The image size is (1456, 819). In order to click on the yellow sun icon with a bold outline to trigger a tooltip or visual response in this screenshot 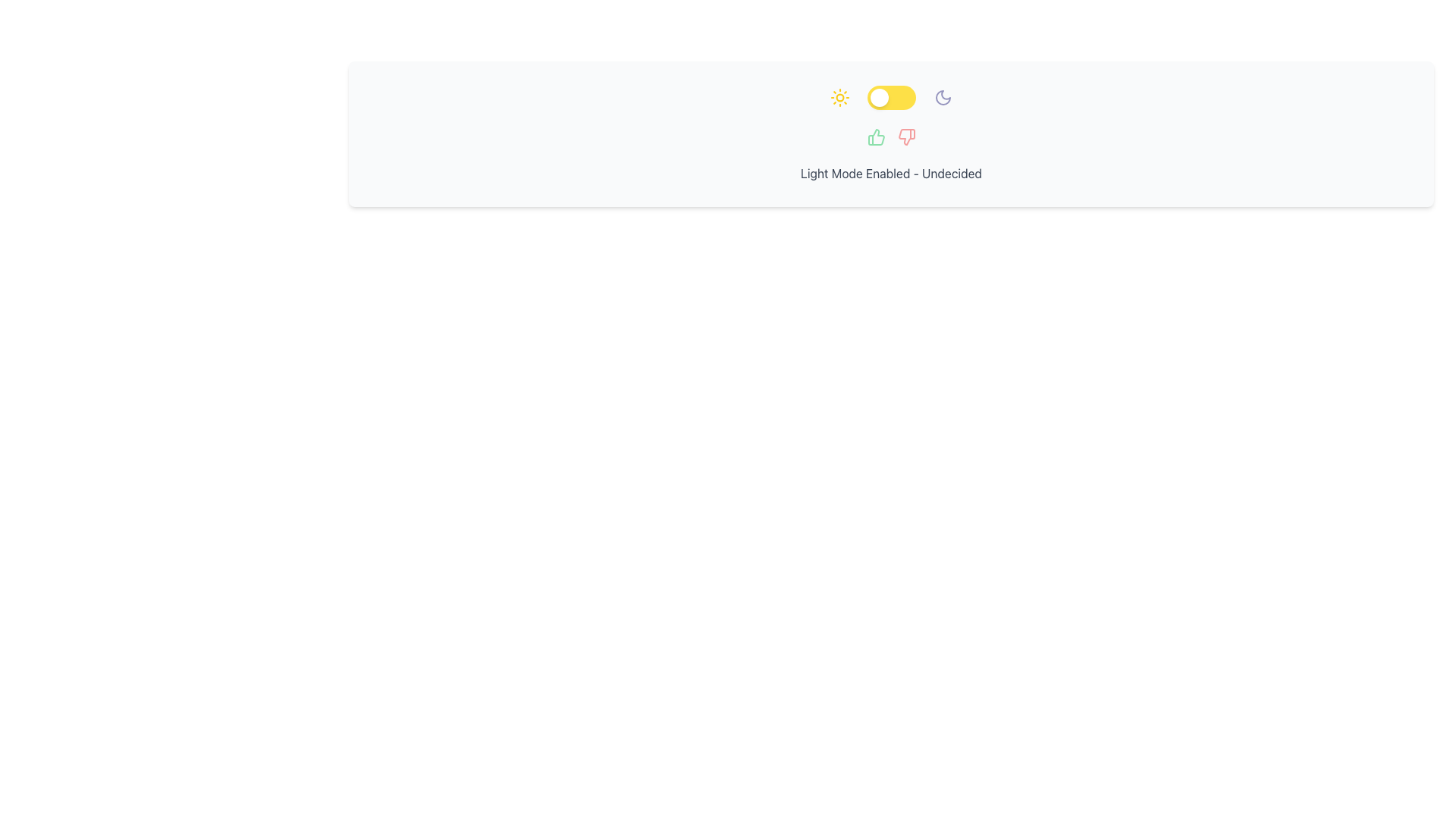, I will do `click(839, 97)`.